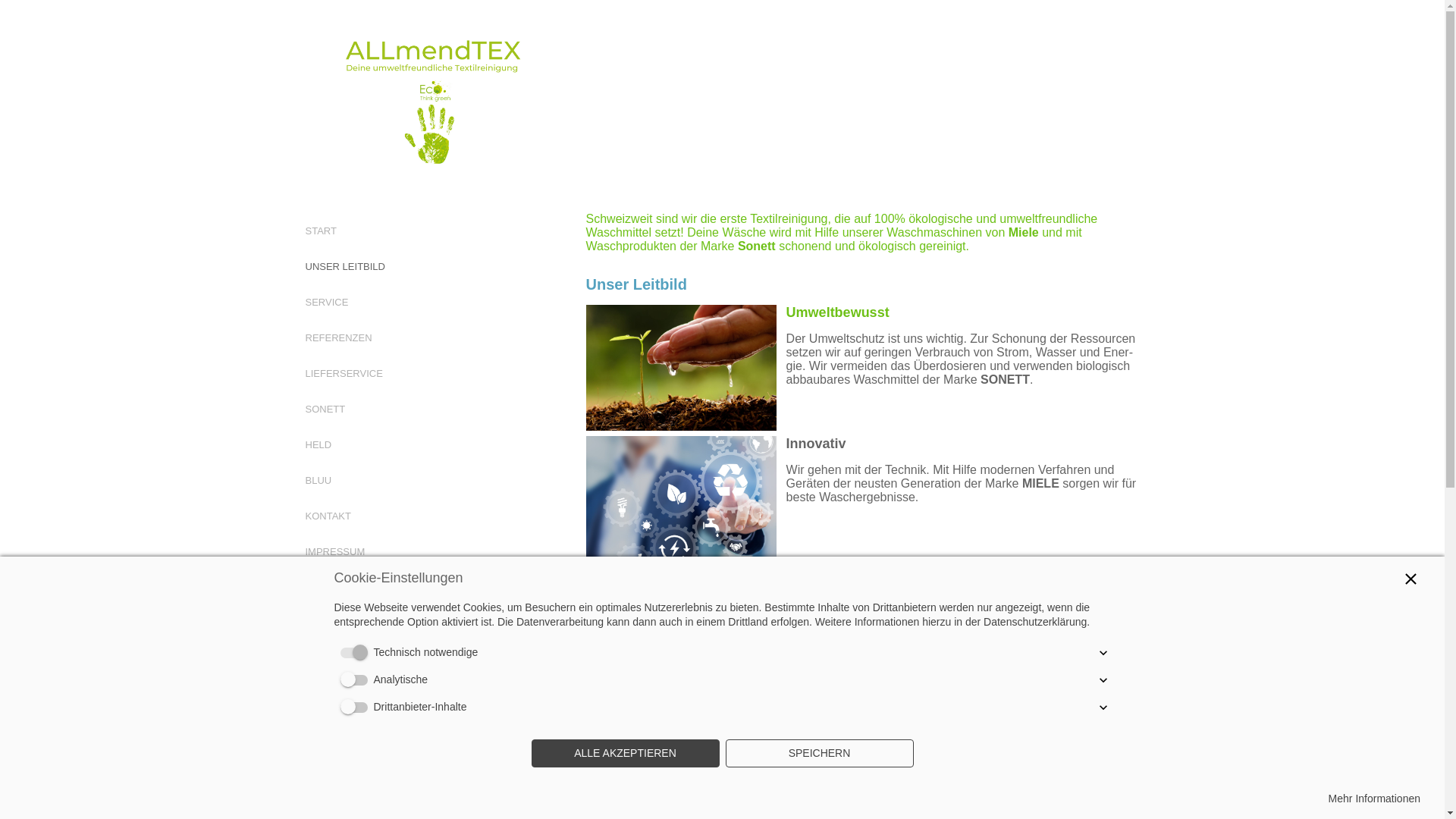  I want to click on 'SERVICE', so click(325, 302).